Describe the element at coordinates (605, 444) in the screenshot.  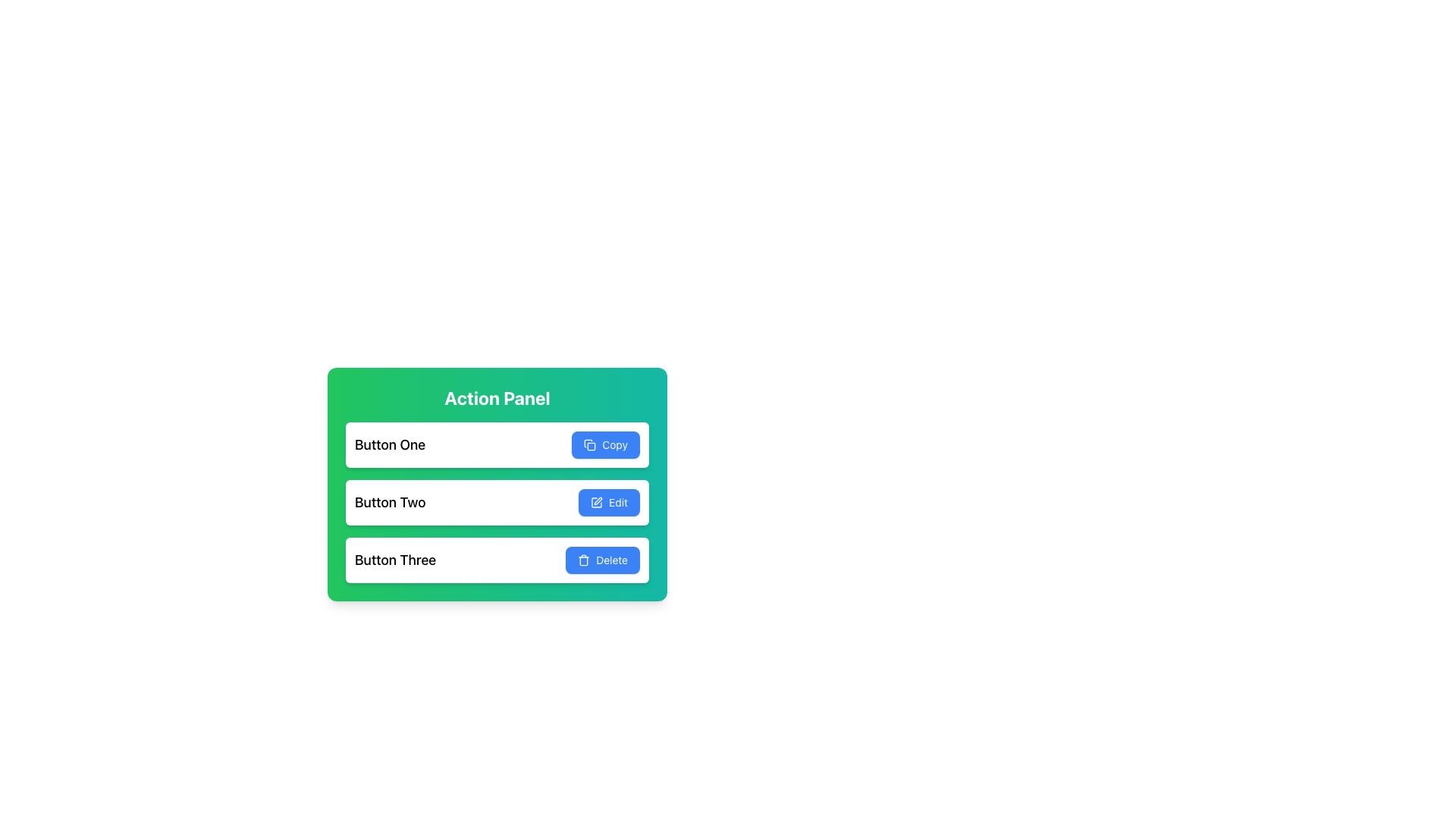
I see `the rectangular blue button labeled 'Copy', which has an icon of overlapping squares on the left` at that location.